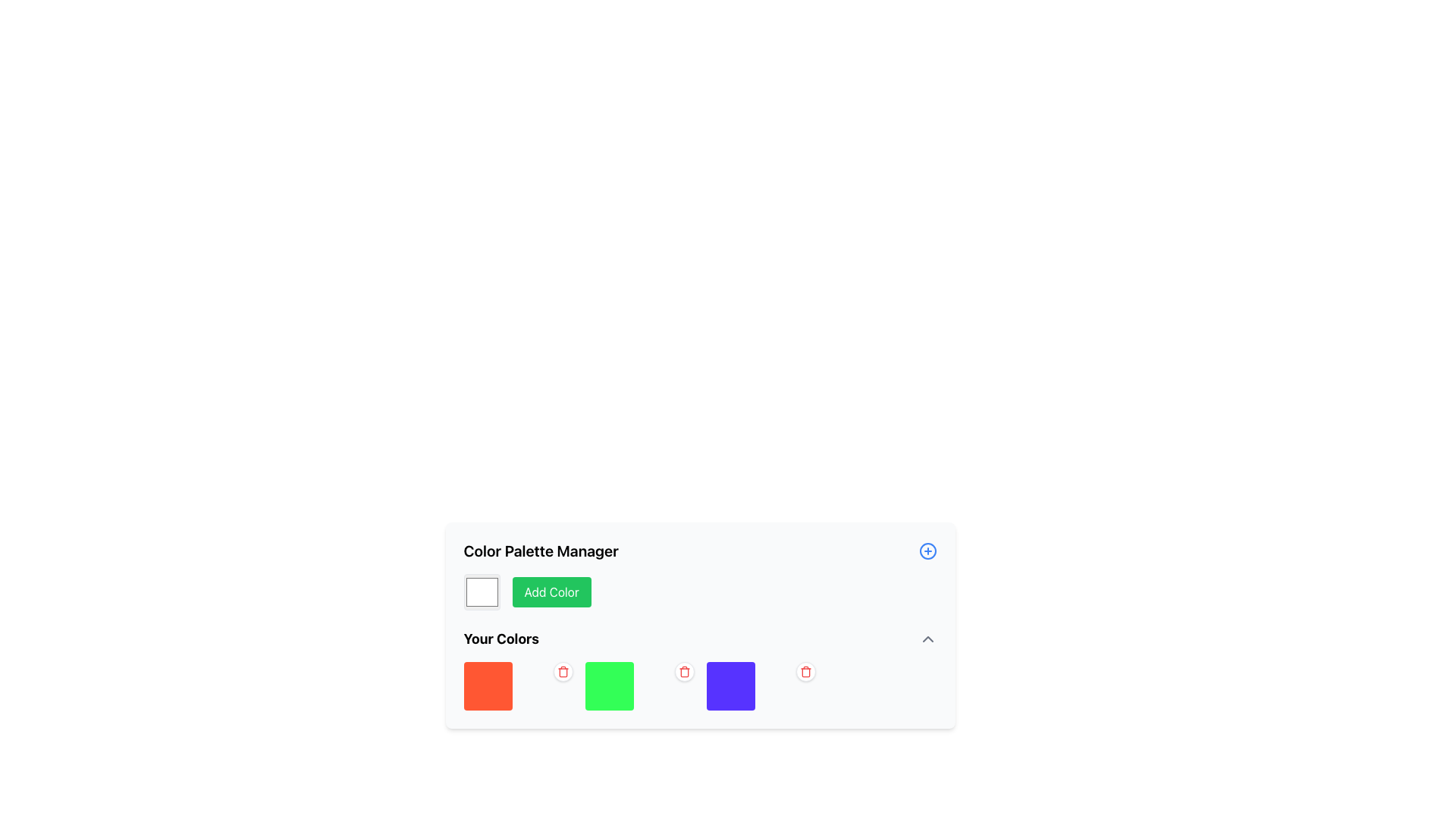 Image resolution: width=1456 pixels, height=819 pixels. Describe the element at coordinates (805, 671) in the screenshot. I see `the deletion icon located directly to the right of the purple color box` at that location.